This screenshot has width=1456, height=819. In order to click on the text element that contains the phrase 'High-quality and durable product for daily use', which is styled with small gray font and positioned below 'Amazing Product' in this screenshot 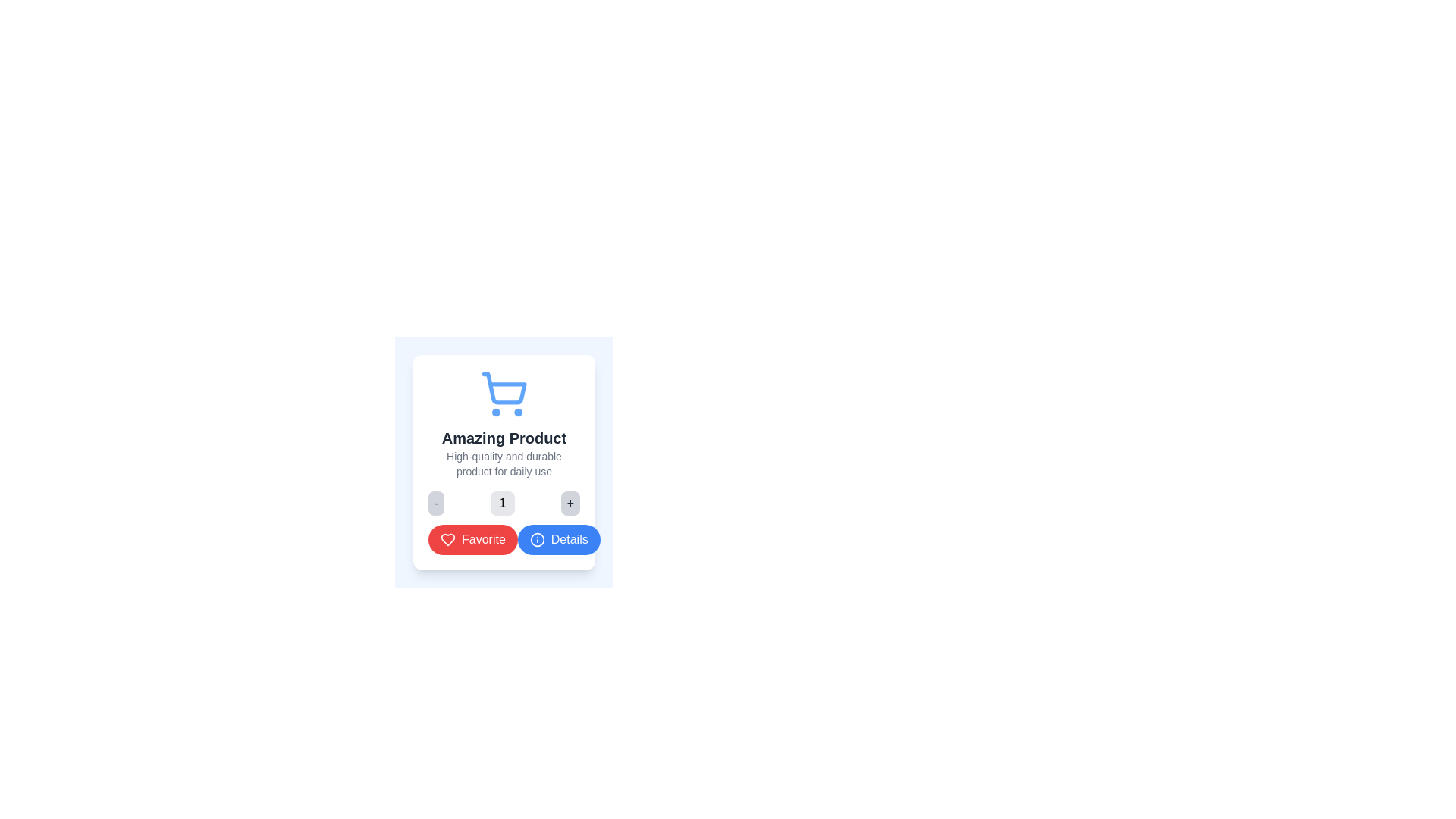, I will do `click(504, 463)`.